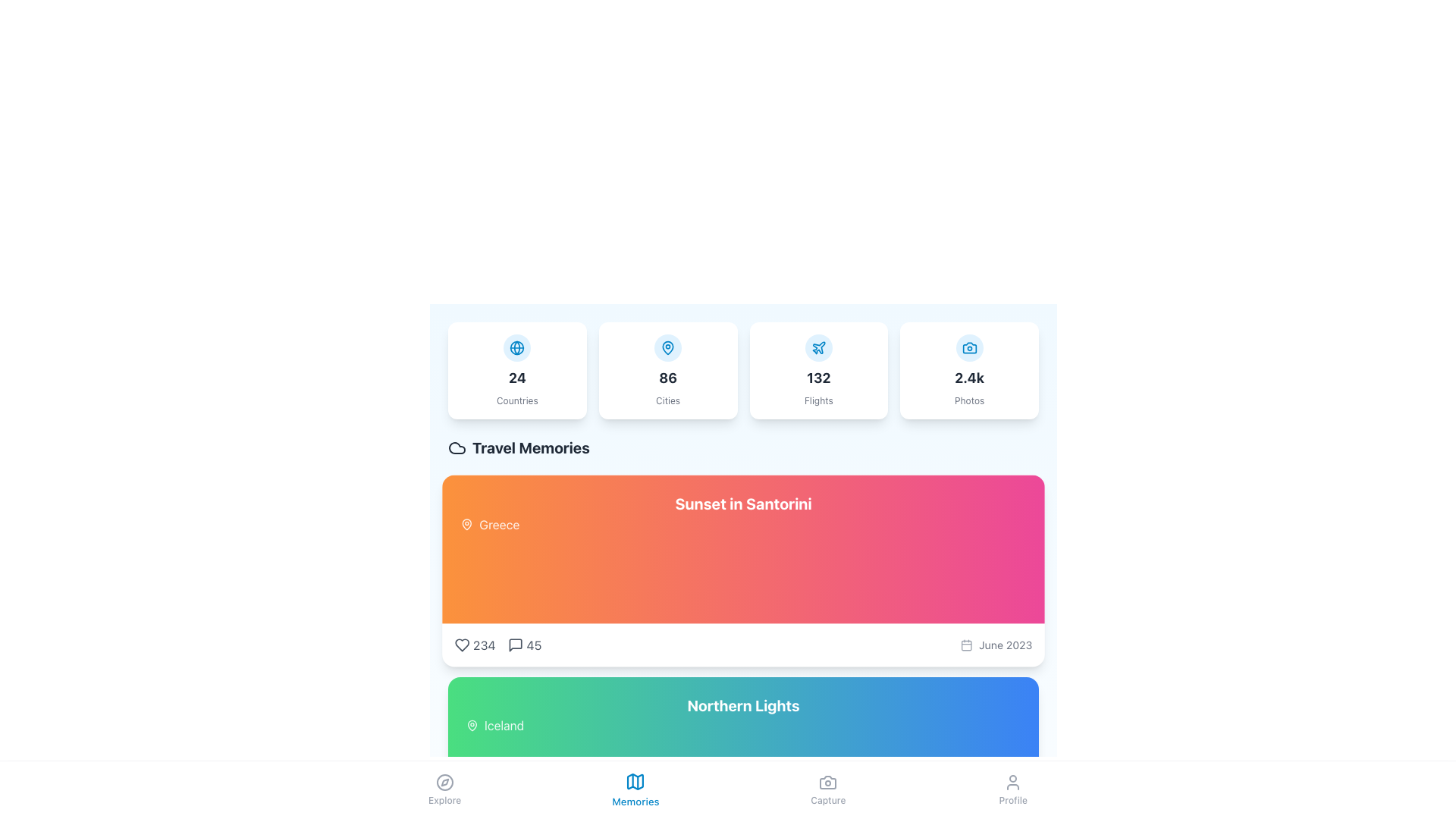 The width and height of the screenshot is (1456, 819). Describe the element at coordinates (461, 645) in the screenshot. I see `the 'like' icon button for the 'Sunset in Santorini' memory card` at that location.